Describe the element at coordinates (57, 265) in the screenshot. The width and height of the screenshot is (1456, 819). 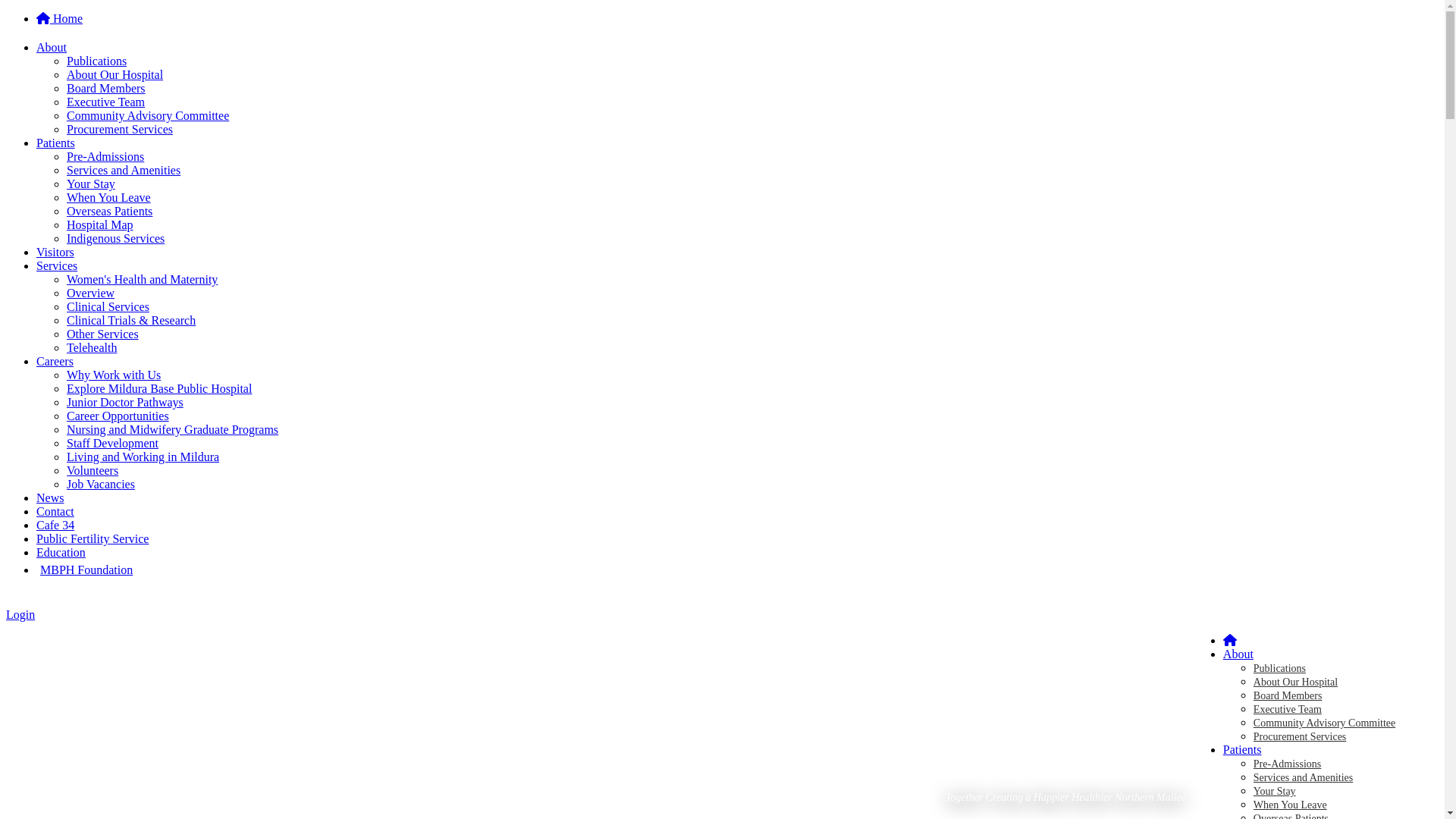
I see `'Services'` at that location.